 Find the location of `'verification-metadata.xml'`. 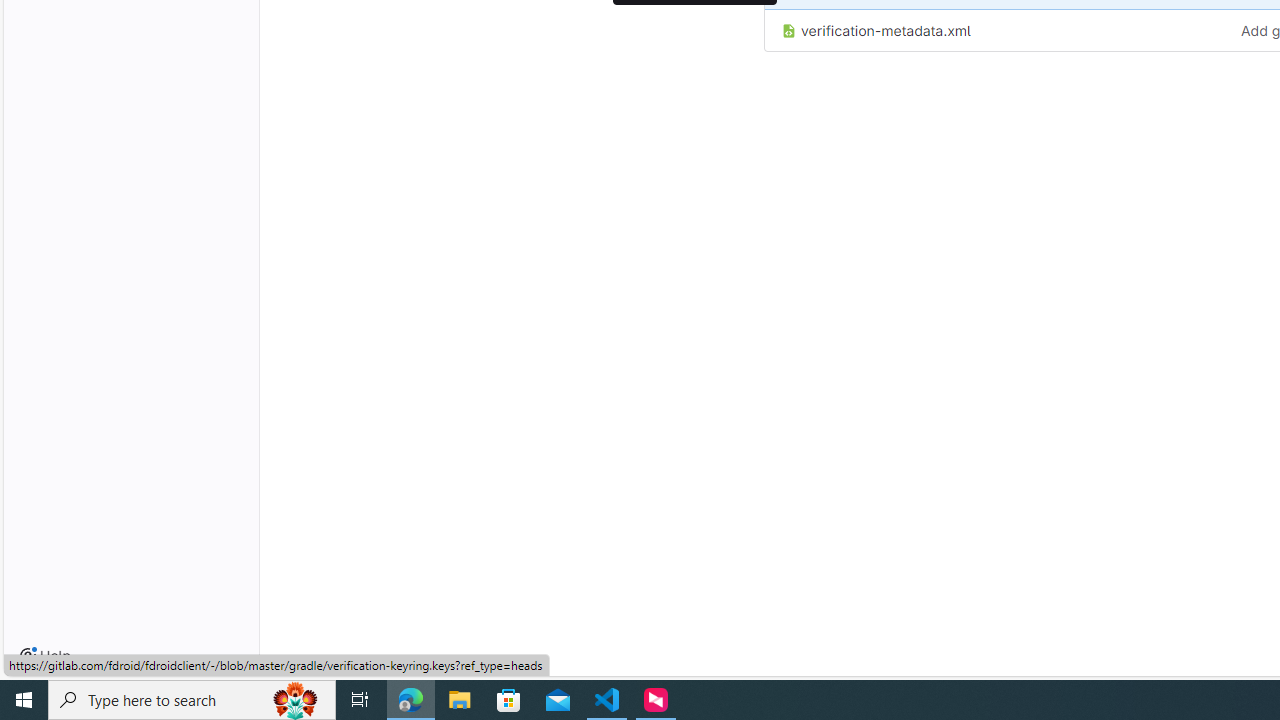

'verification-metadata.xml' is located at coordinates (995, 30).